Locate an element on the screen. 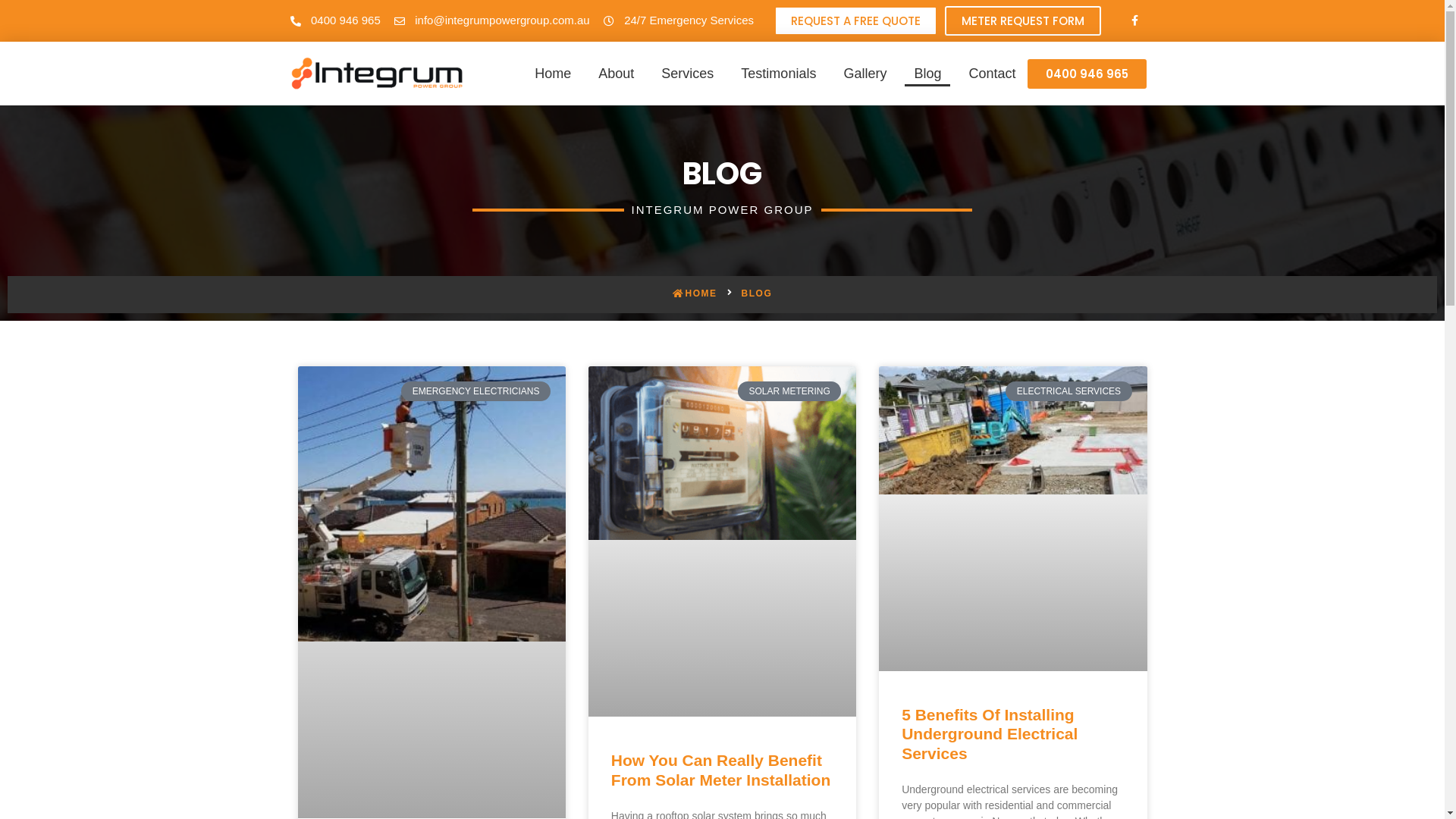 The height and width of the screenshot is (819, 1456). 'How You Can Really Benefit From Solar Meter Installation' is located at coordinates (720, 769).